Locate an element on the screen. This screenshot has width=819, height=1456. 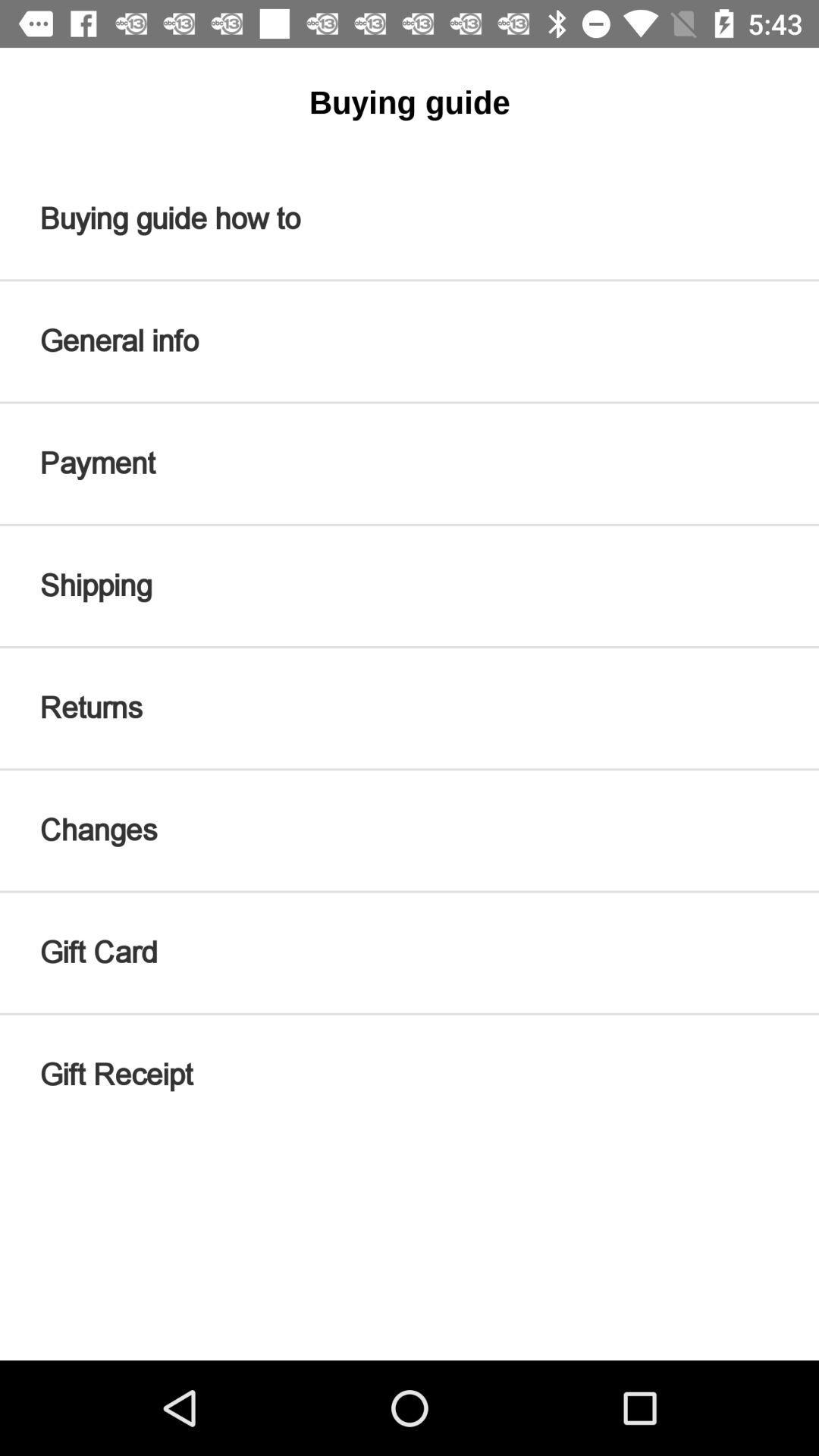
item below payment icon is located at coordinates (409, 585).